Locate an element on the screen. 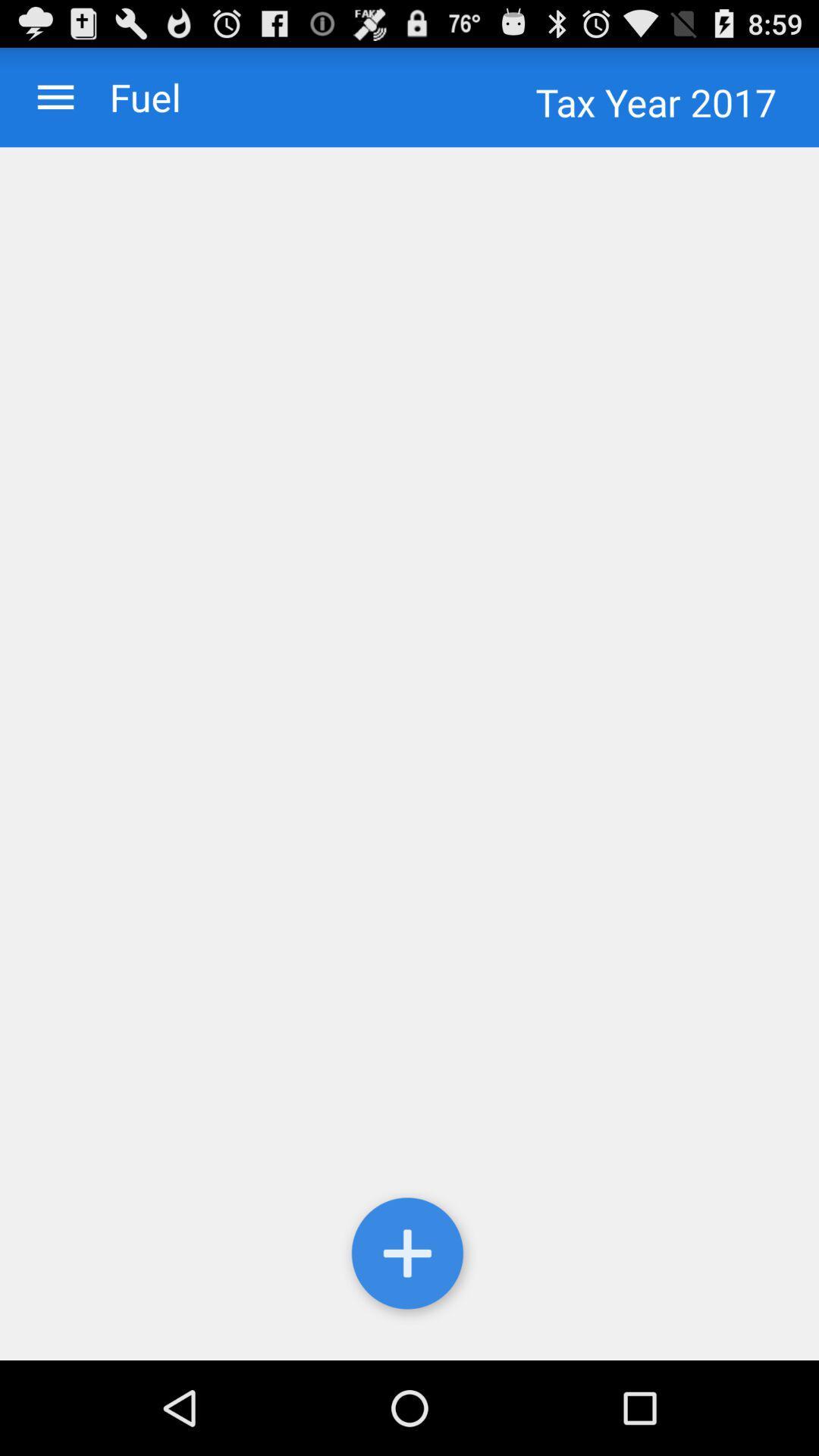  icon below the tax year 2017 is located at coordinates (409, 754).